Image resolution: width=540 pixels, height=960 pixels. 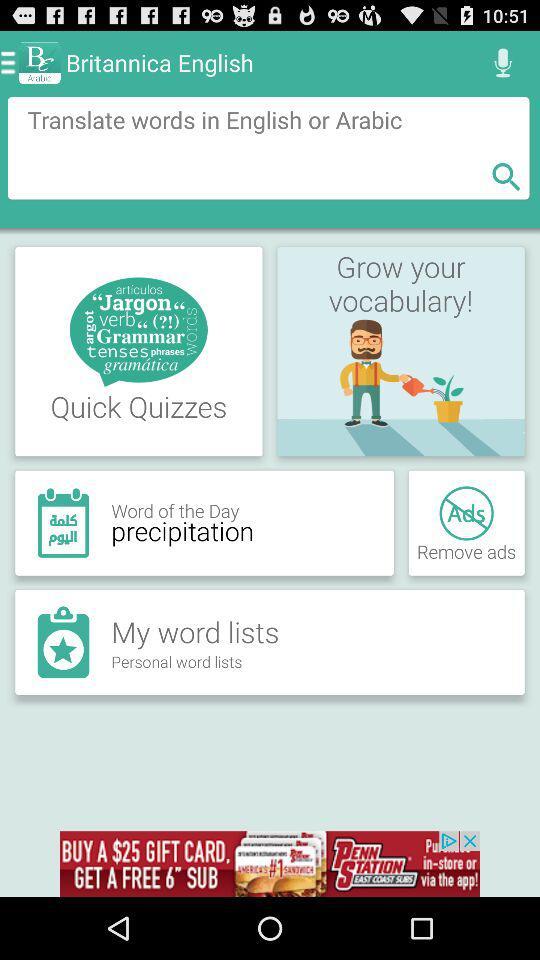 I want to click on the logo left to britannica english at the top of the page, so click(x=40, y=62).